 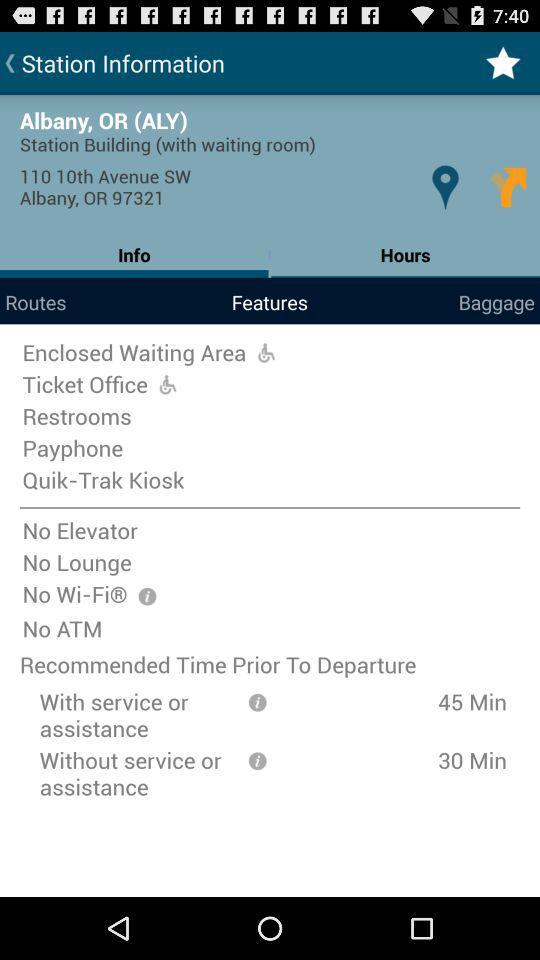 I want to click on expand information tab, so click(x=257, y=758).